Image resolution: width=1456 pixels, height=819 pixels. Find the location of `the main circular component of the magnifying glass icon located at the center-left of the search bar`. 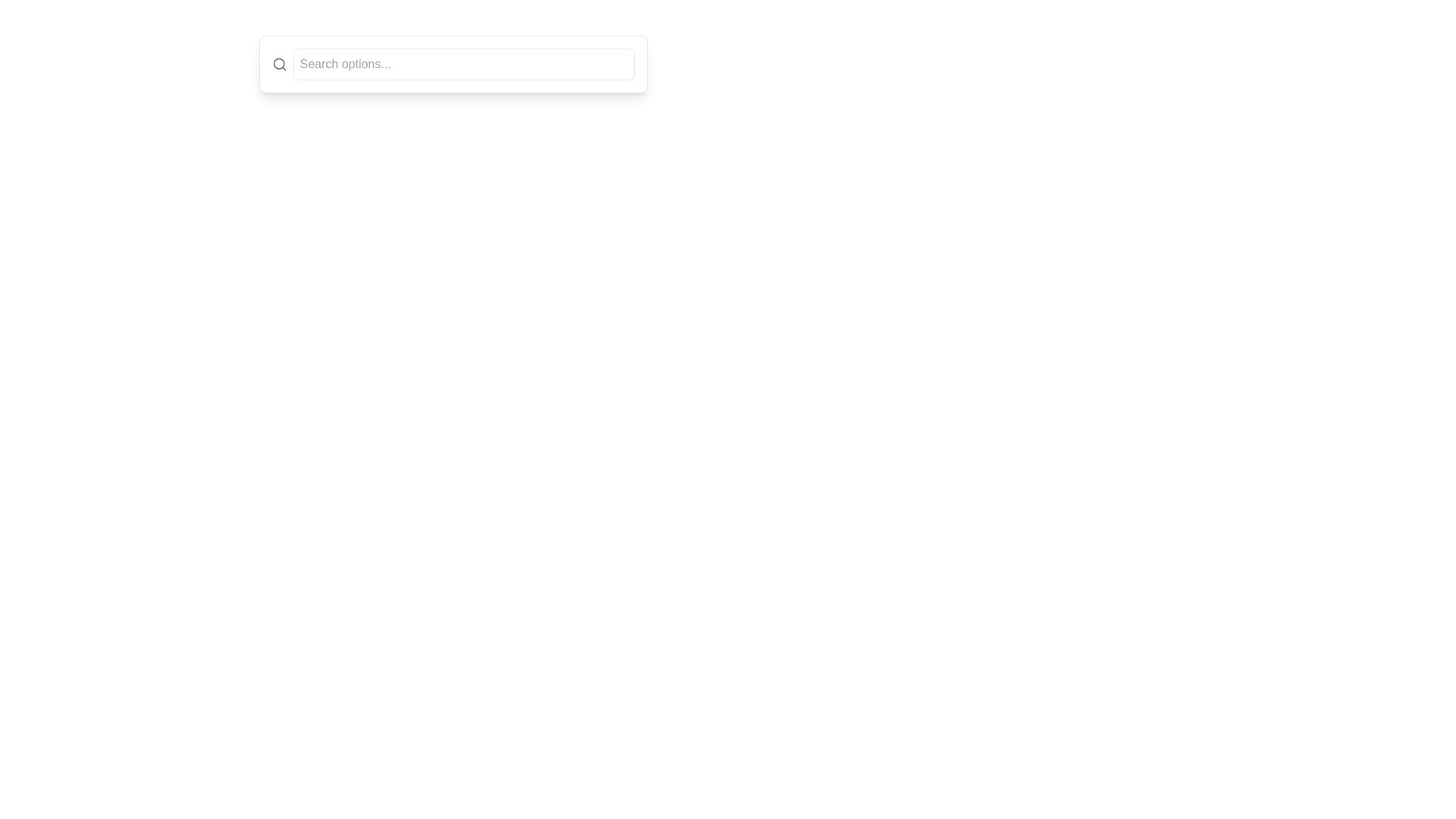

the main circular component of the magnifying glass icon located at the center-left of the search bar is located at coordinates (278, 63).